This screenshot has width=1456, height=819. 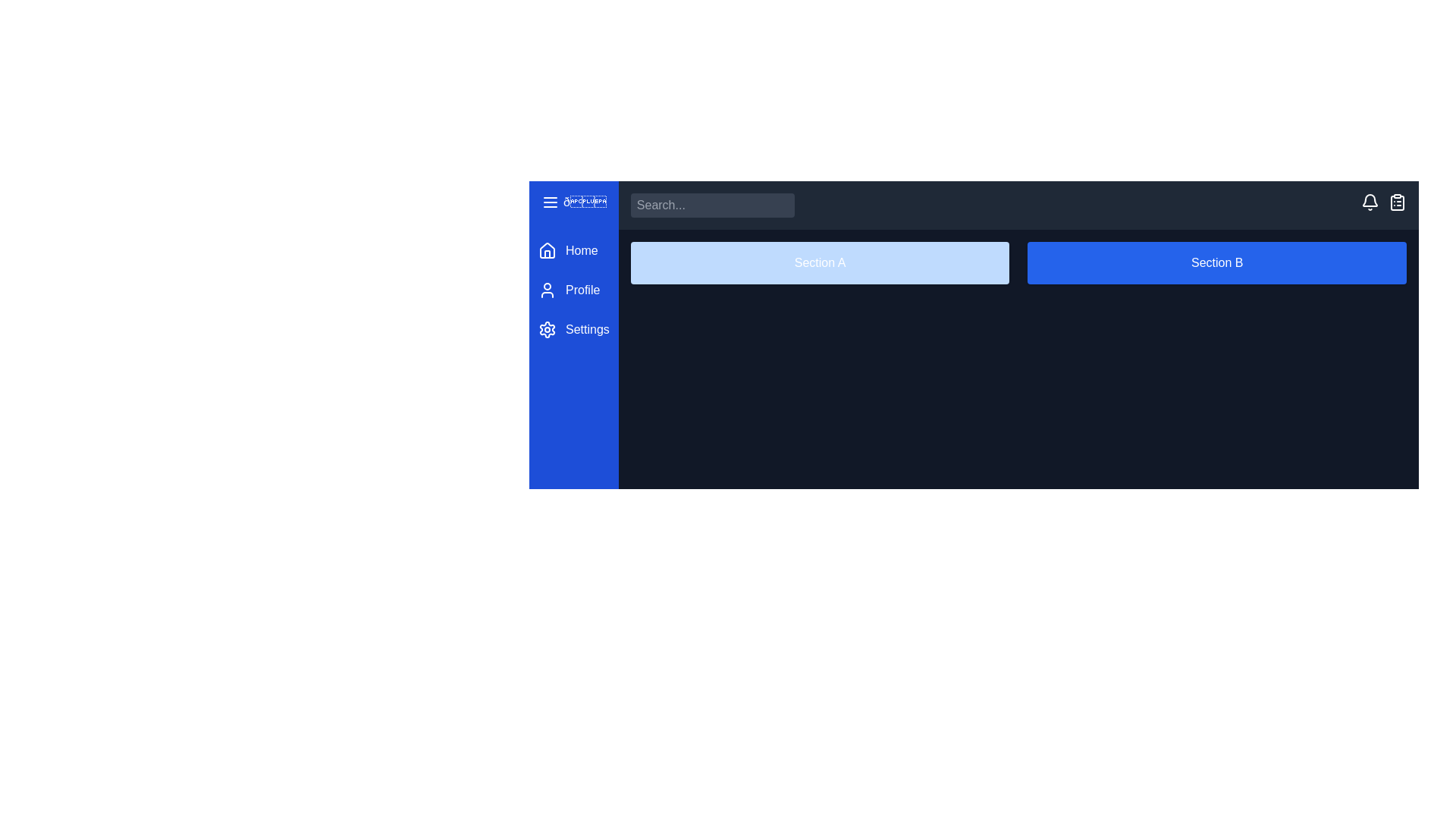 What do you see at coordinates (584, 201) in the screenshot?
I see `the interactive button or clickable icon located in the top-left corner of the sidebar` at bounding box center [584, 201].